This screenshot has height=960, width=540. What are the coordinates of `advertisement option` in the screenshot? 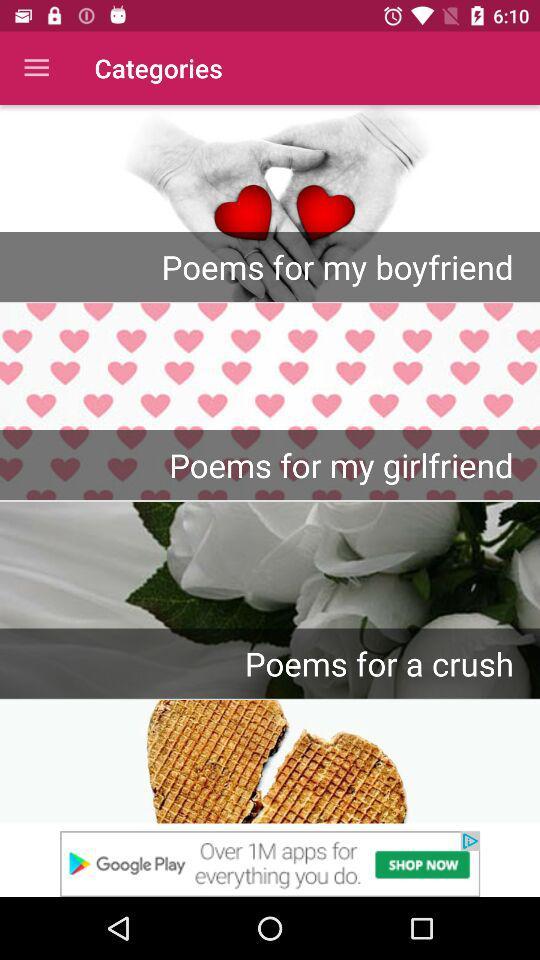 It's located at (270, 863).